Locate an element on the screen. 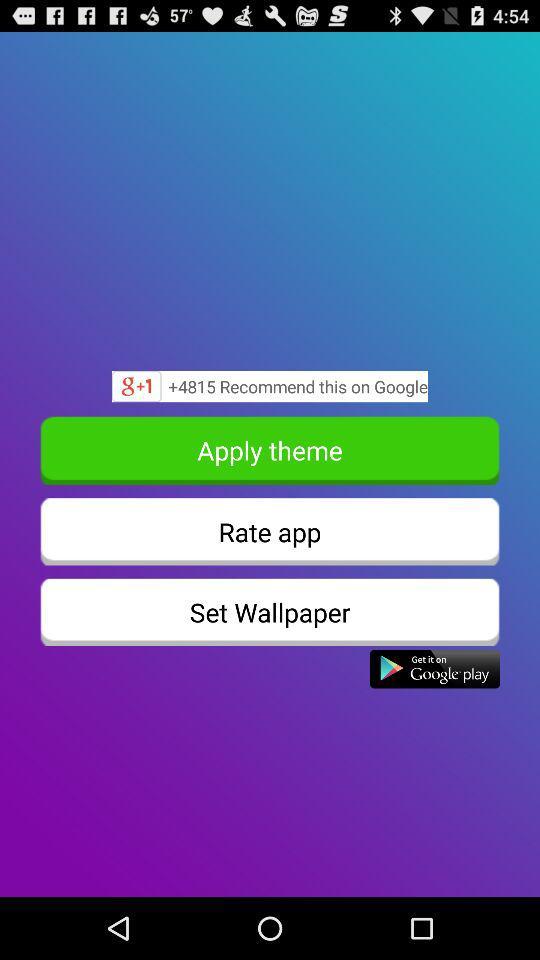  apply theme icon is located at coordinates (270, 450).